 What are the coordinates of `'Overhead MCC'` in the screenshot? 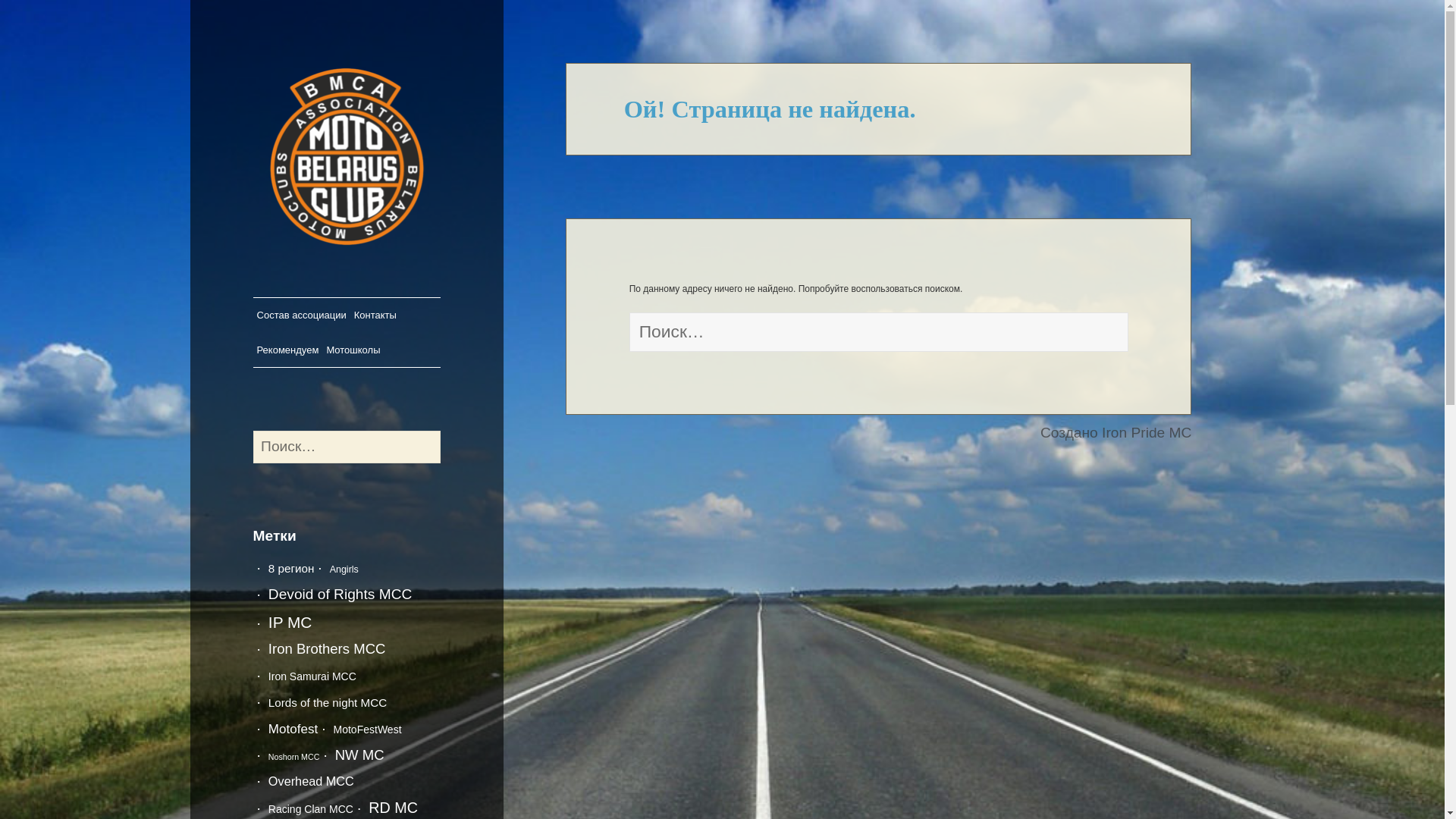 It's located at (310, 780).